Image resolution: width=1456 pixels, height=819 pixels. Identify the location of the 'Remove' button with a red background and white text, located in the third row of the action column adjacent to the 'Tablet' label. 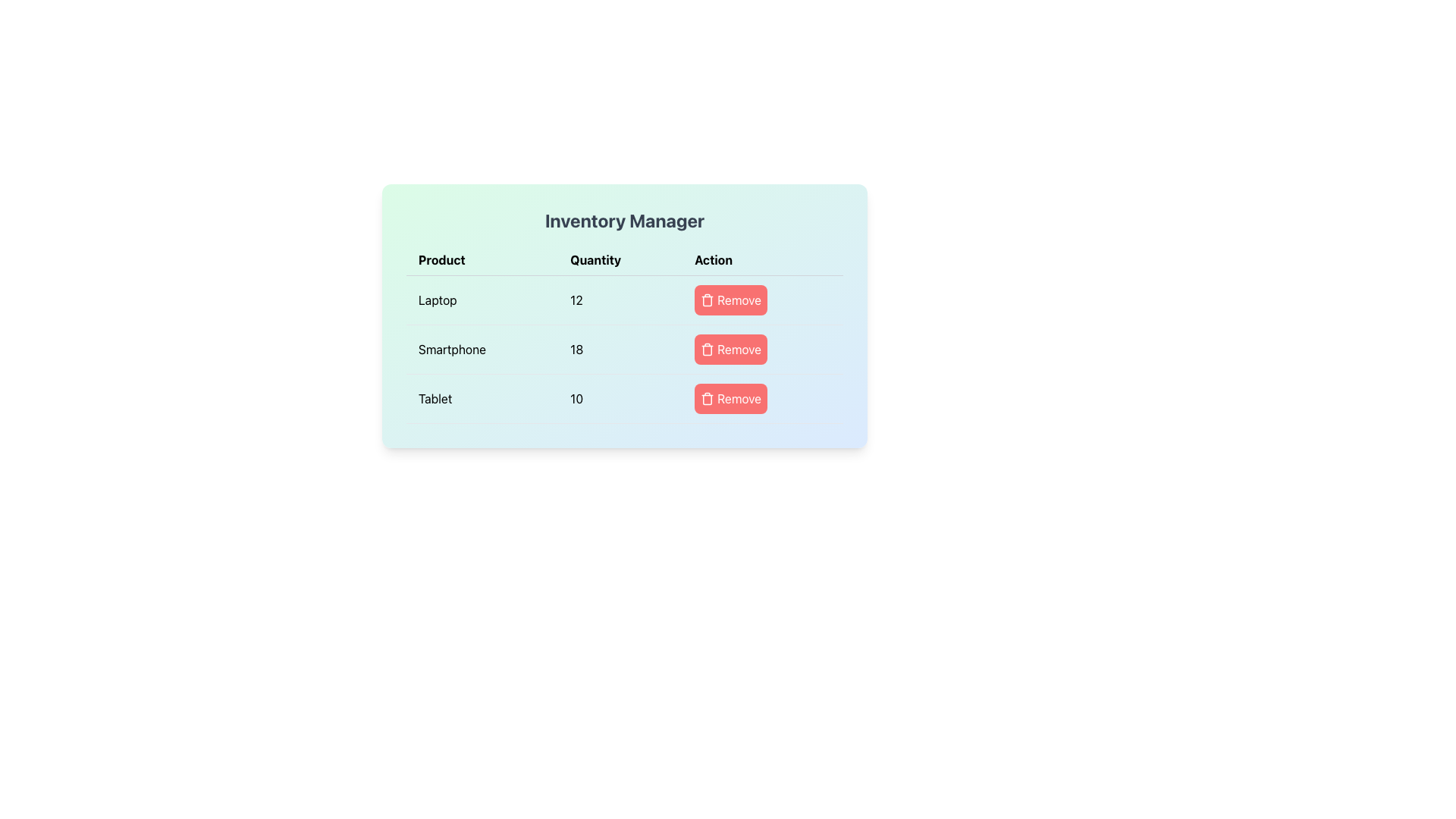
(763, 397).